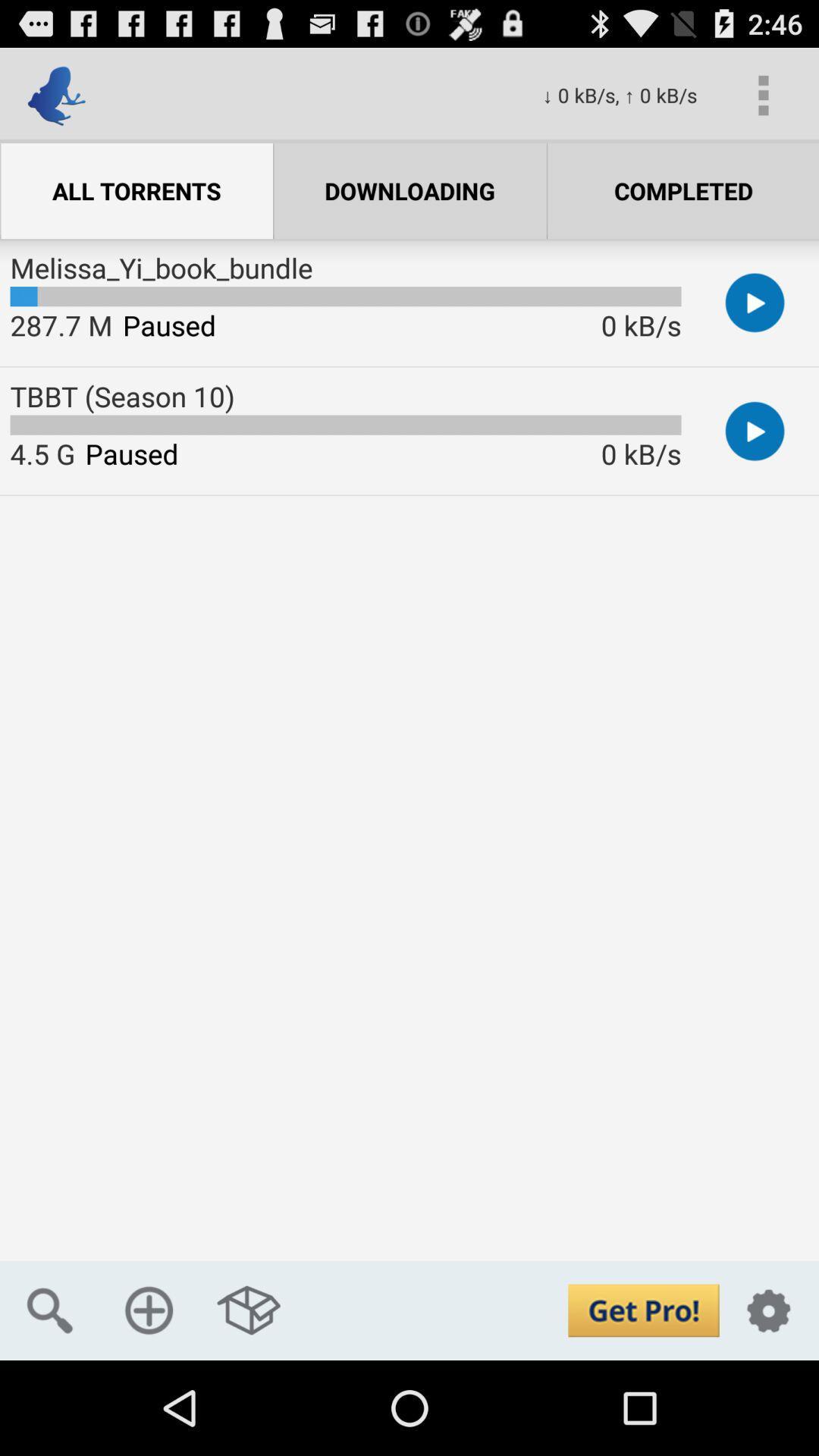  What do you see at coordinates (49, 1401) in the screenshot?
I see `the search icon` at bounding box center [49, 1401].